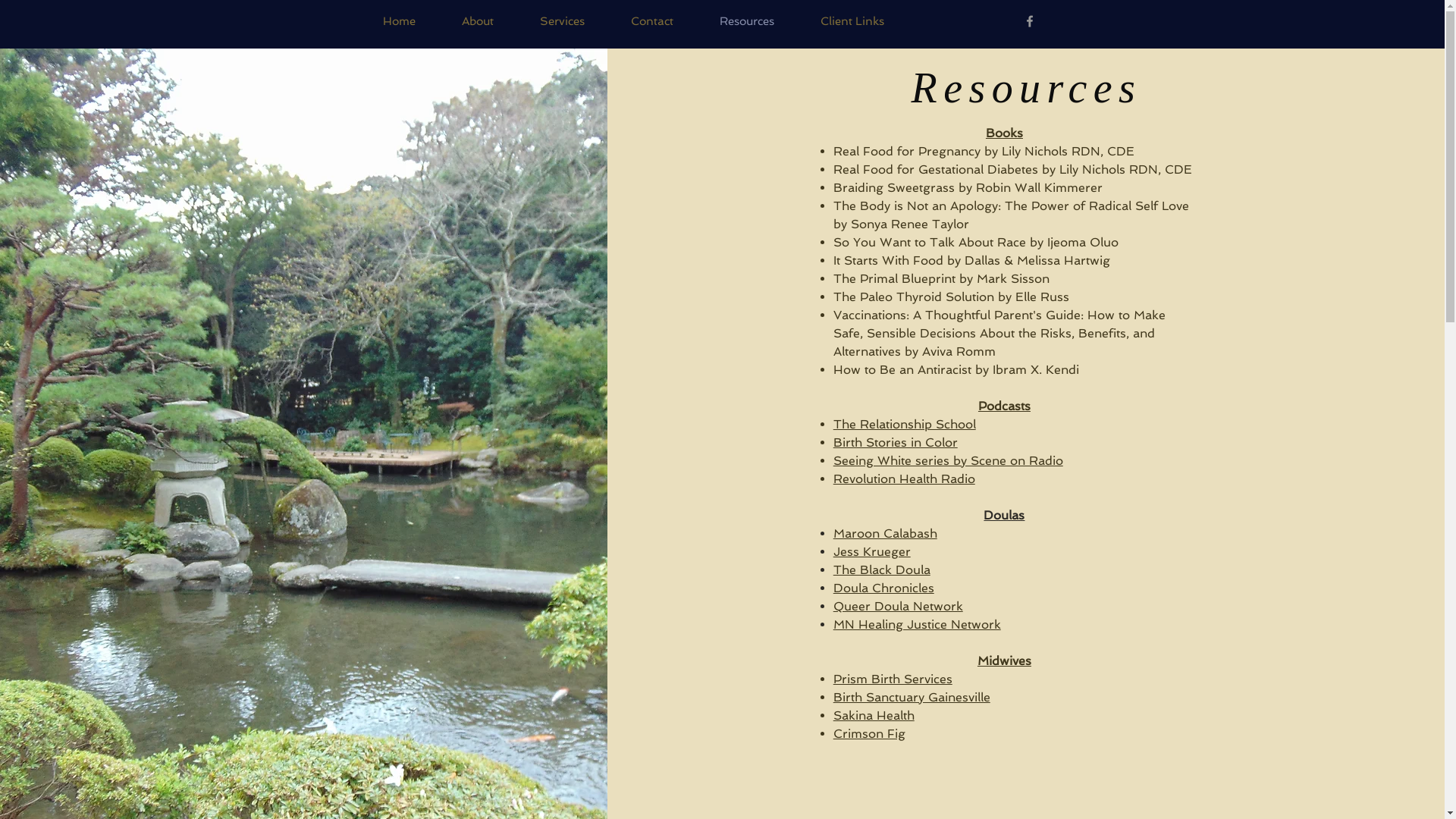 The image size is (1456, 819). What do you see at coordinates (869, 733) in the screenshot?
I see `'Crimson Fig'` at bounding box center [869, 733].